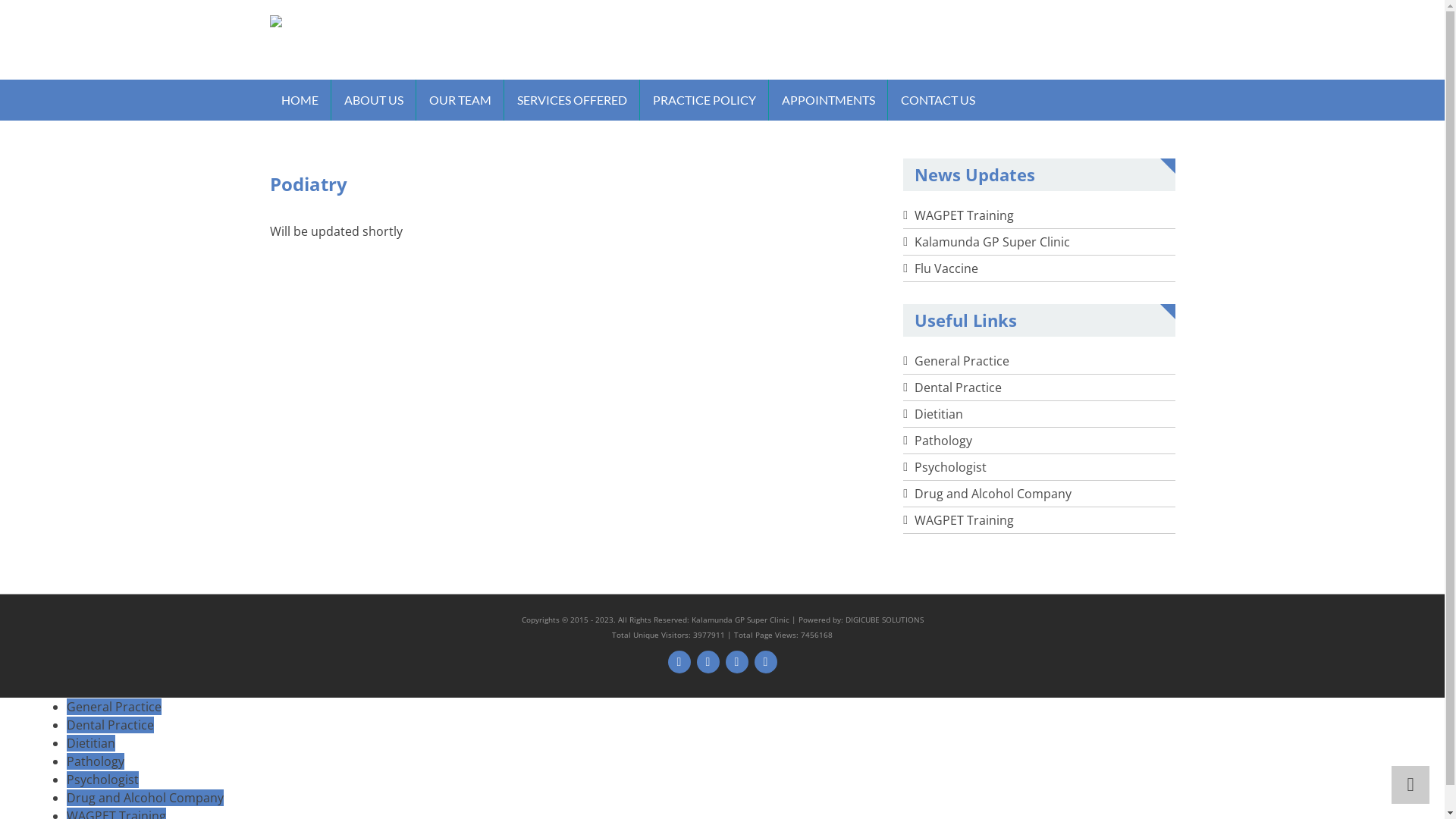 The height and width of the screenshot is (819, 1456). Describe the element at coordinates (937, 99) in the screenshot. I see `'CONTACT US'` at that location.